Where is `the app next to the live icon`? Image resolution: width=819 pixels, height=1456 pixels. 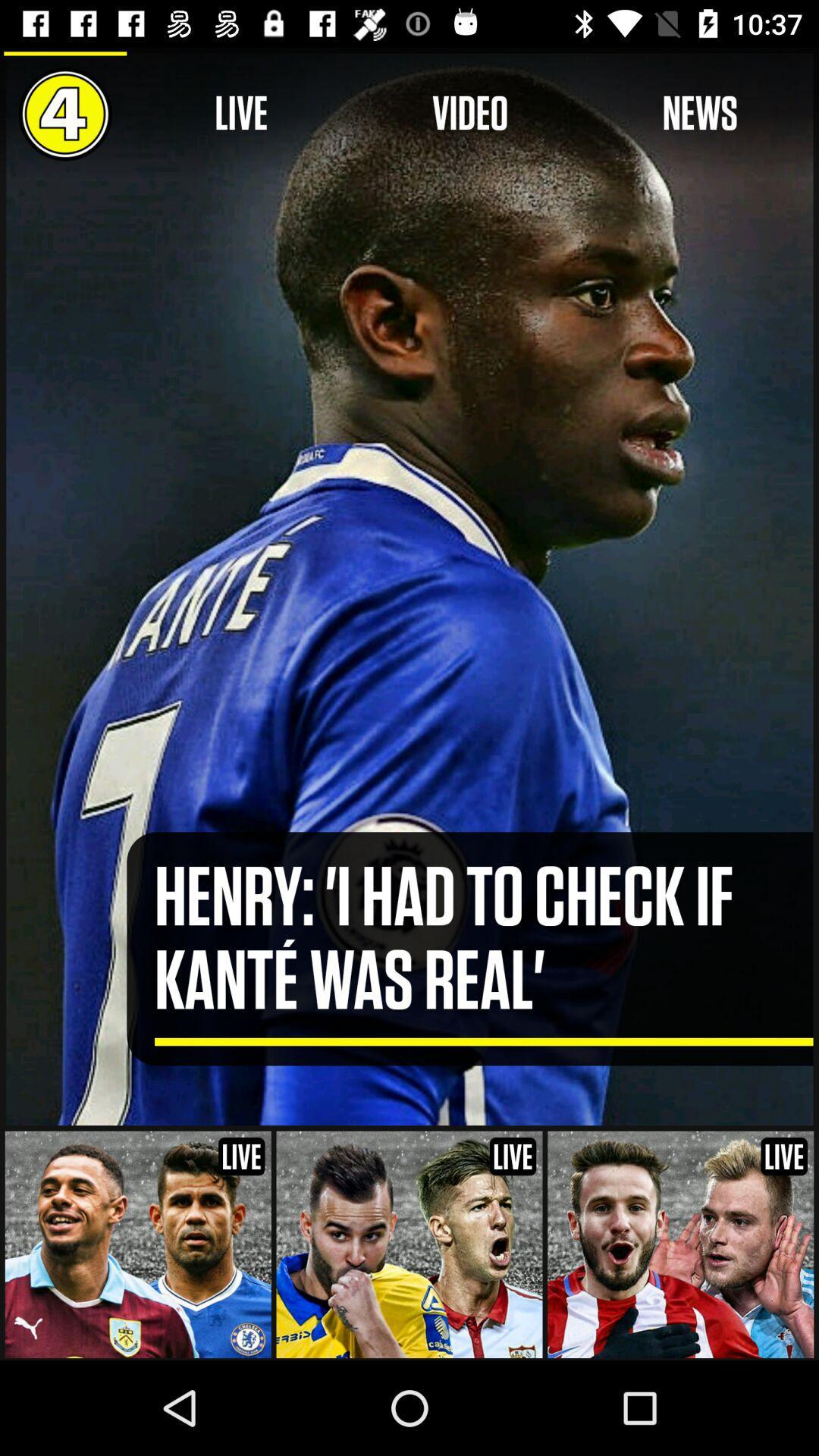 the app next to the live icon is located at coordinates (469, 113).